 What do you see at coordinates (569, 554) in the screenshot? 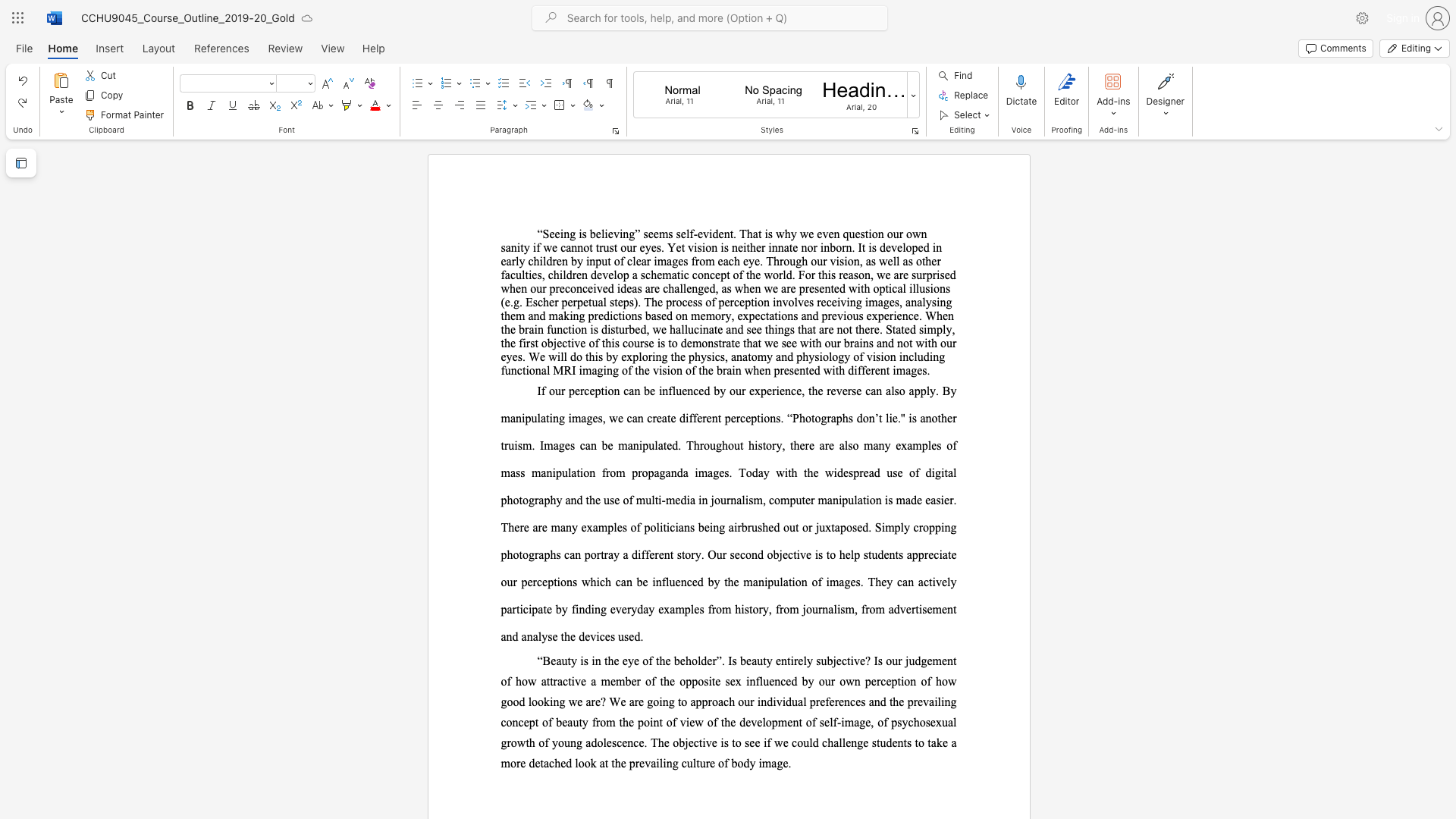
I see `the subset text "an portray a different story. Our second objective is to help students appreciate our perceptions which can be influenced by the manipulation of images. They can actively participate by finding everyday examples from history, from journalism, from" within the text "osed. Simply cropping photographs can portray a different story. Our second objective is to help students appreciate our perceptions which can be influenced by the manipulation of images. They can actively participate by finding everyday examples from history, from journalism, from advertisement and analyse the devices used."` at bounding box center [569, 554].